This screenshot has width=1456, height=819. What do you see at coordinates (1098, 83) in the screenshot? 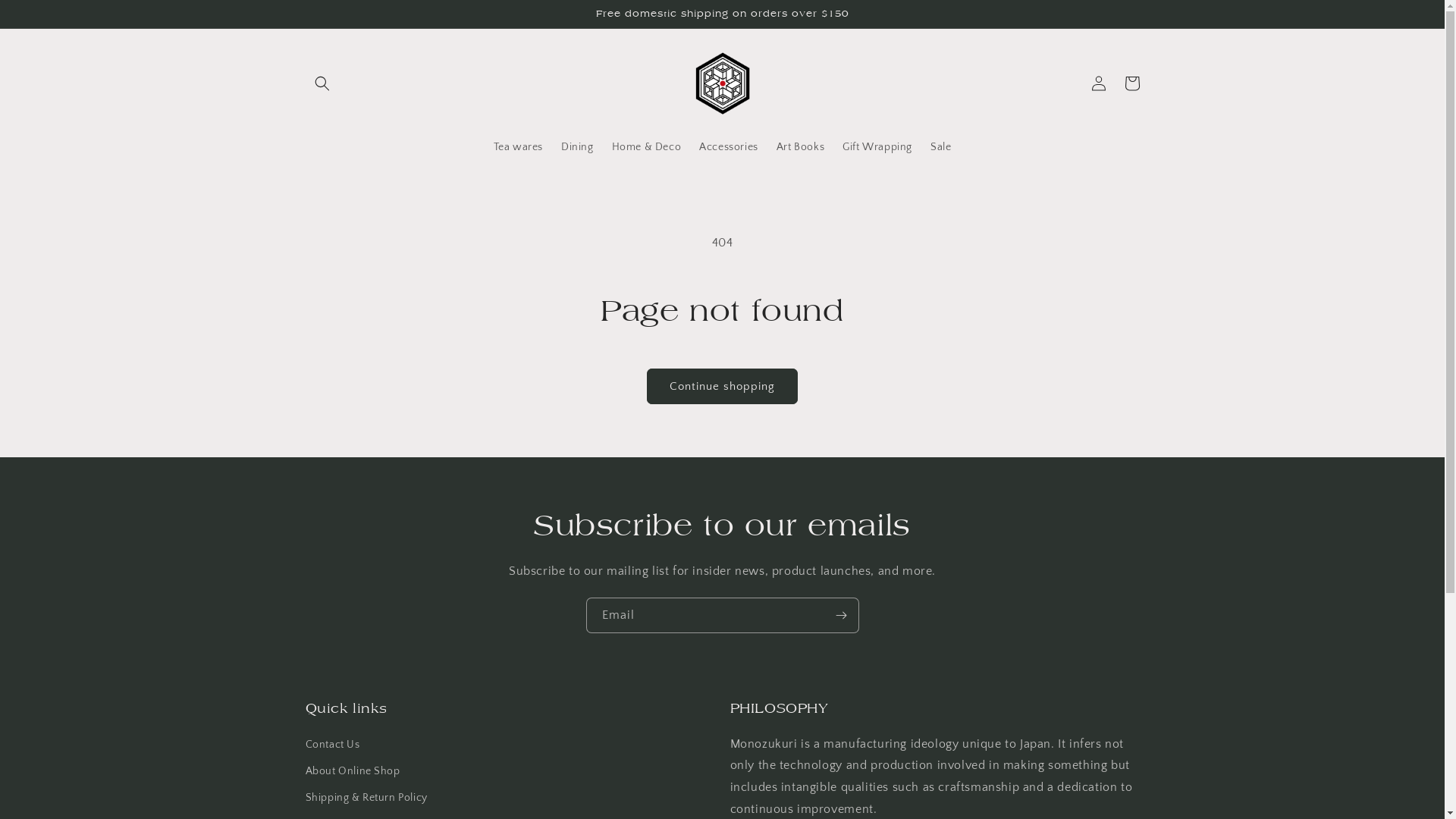
I see `'Log in'` at bounding box center [1098, 83].